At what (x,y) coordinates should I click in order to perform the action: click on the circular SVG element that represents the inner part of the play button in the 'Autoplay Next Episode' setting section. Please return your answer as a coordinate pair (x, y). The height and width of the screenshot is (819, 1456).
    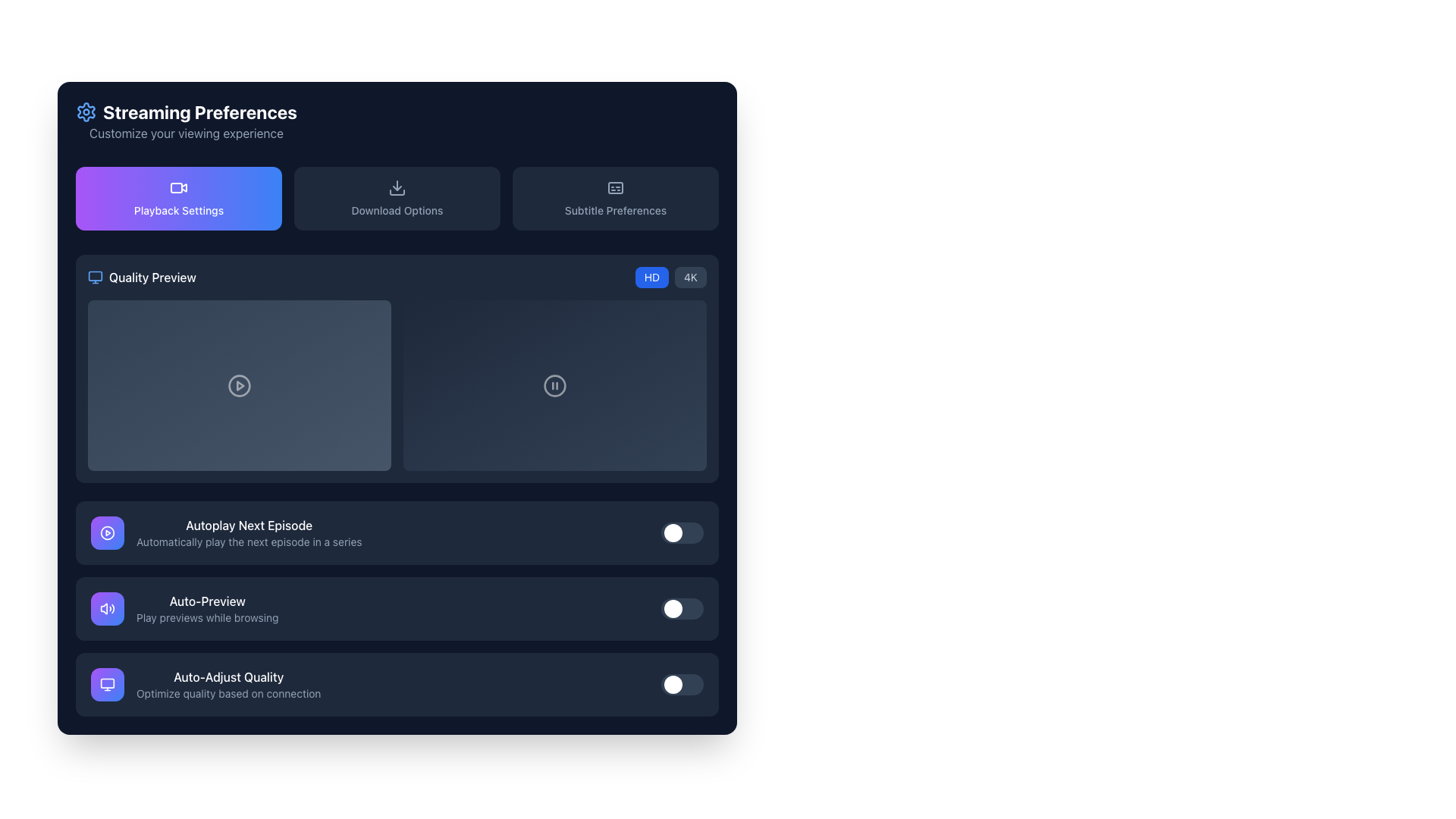
    Looking at the image, I should click on (107, 532).